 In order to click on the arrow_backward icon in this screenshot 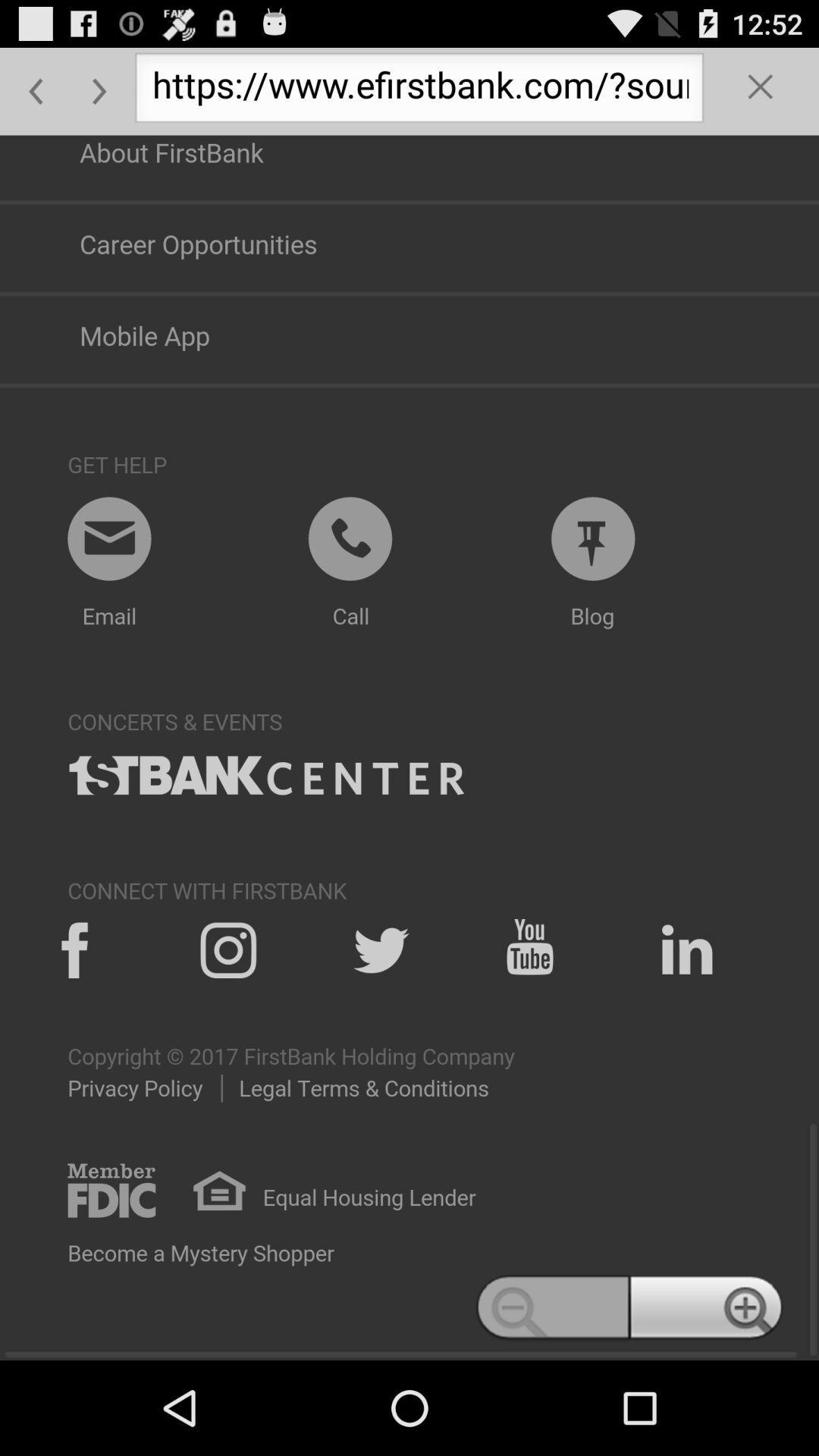, I will do `click(35, 97)`.